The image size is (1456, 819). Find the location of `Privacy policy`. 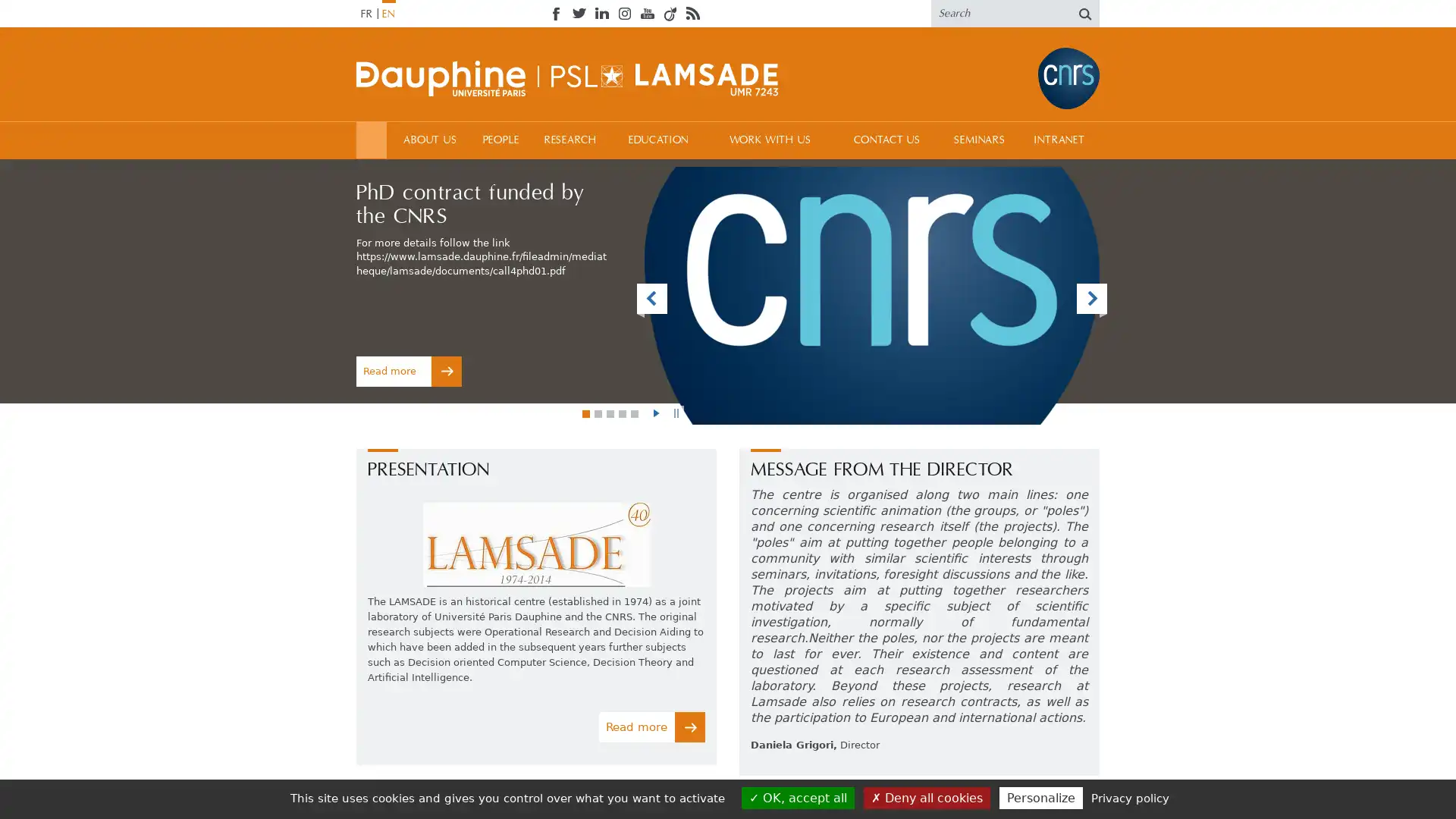

Privacy policy is located at coordinates (1129, 797).